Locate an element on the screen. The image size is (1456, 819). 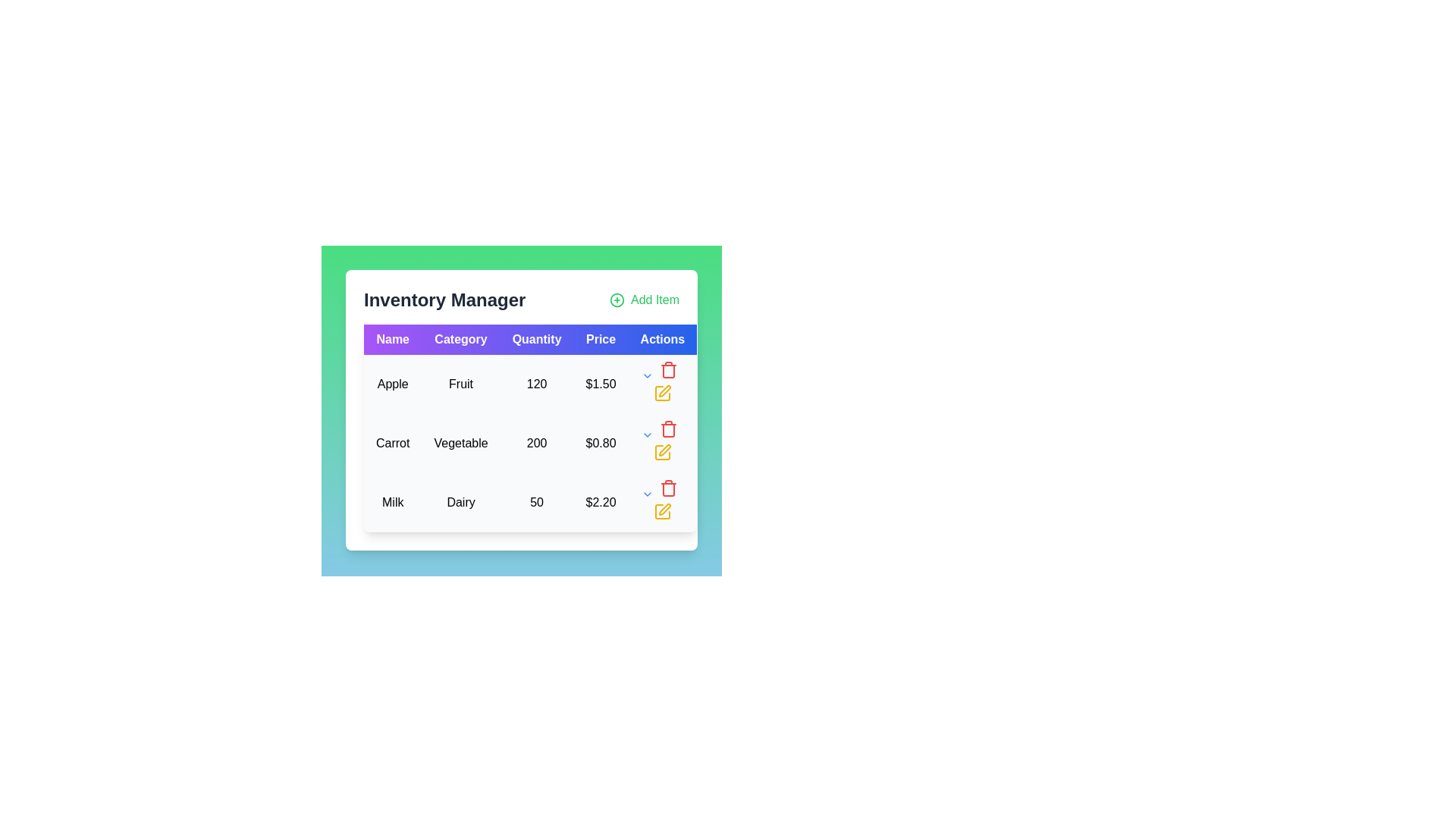
the 'Quantity' text label for the item 'Apple' in the inventory system, located in the second row of the data table under the 'Inventory Manager' header is located at coordinates (537, 383).